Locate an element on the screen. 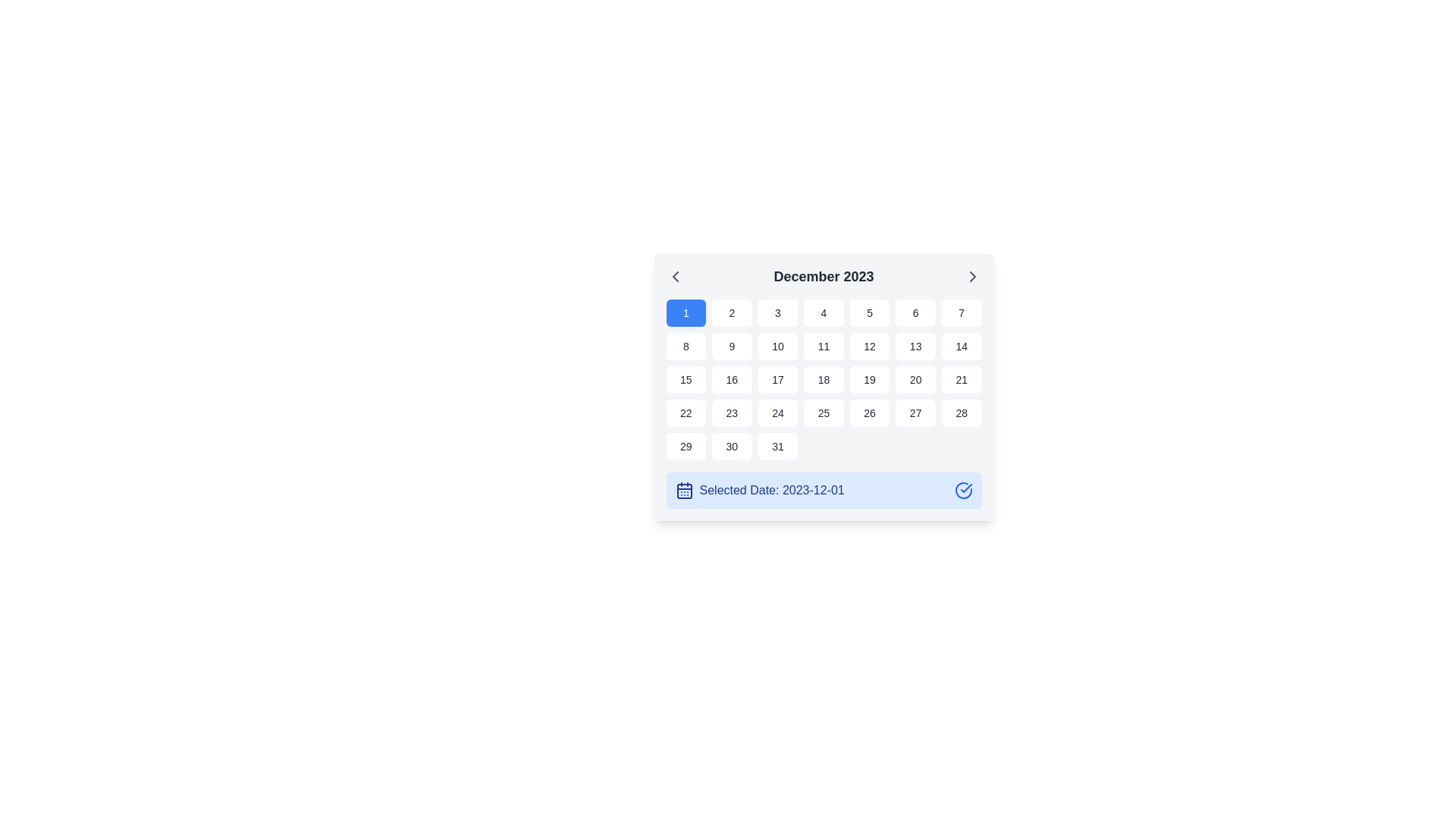 The width and height of the screenshot is (1456, 819). the square button labeled '15' with a white background and rounded corners is located at coordinates (685, 379).